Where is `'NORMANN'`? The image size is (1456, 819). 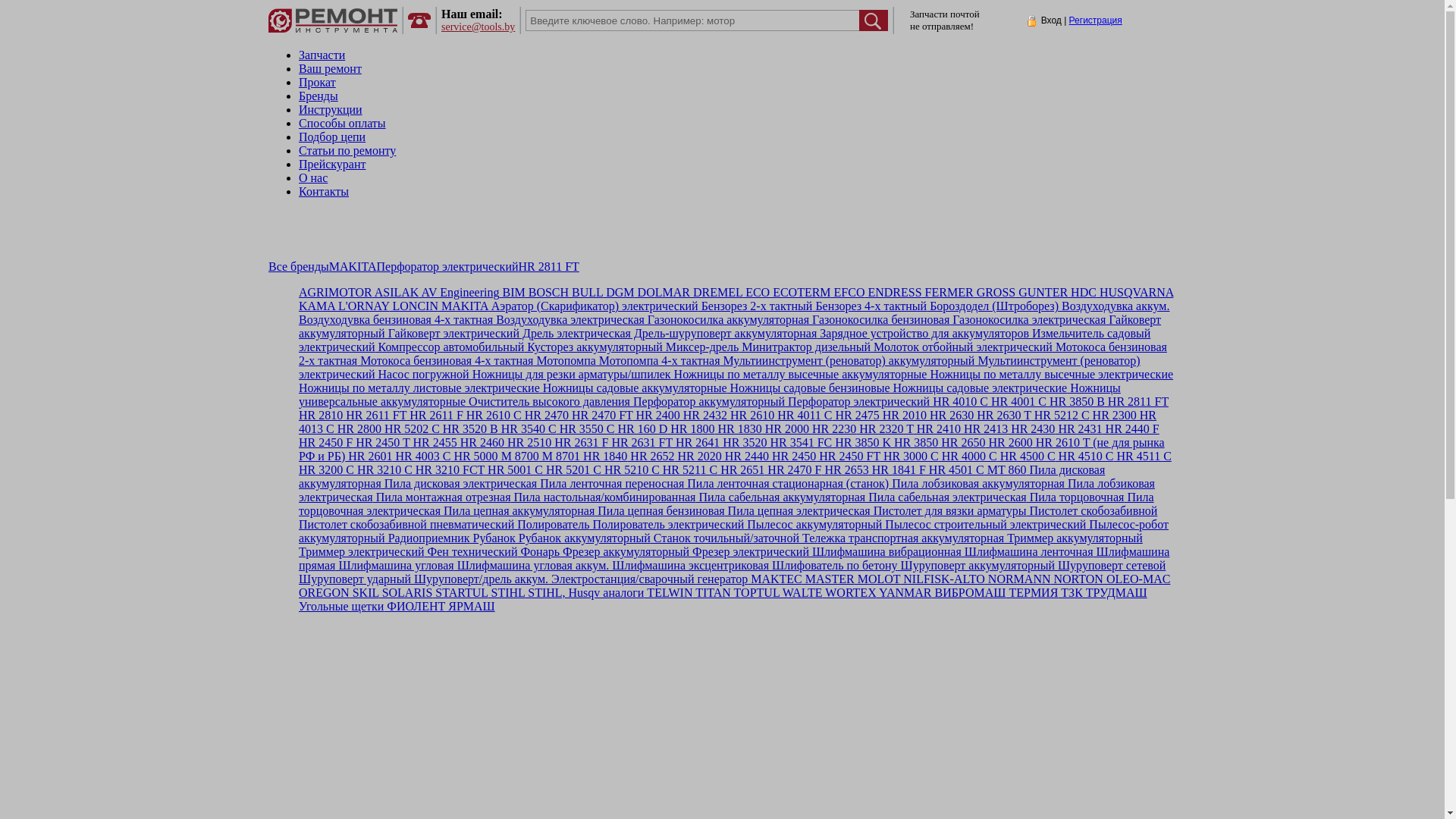
'NORMANN' is located at coordinates (1018, 579).